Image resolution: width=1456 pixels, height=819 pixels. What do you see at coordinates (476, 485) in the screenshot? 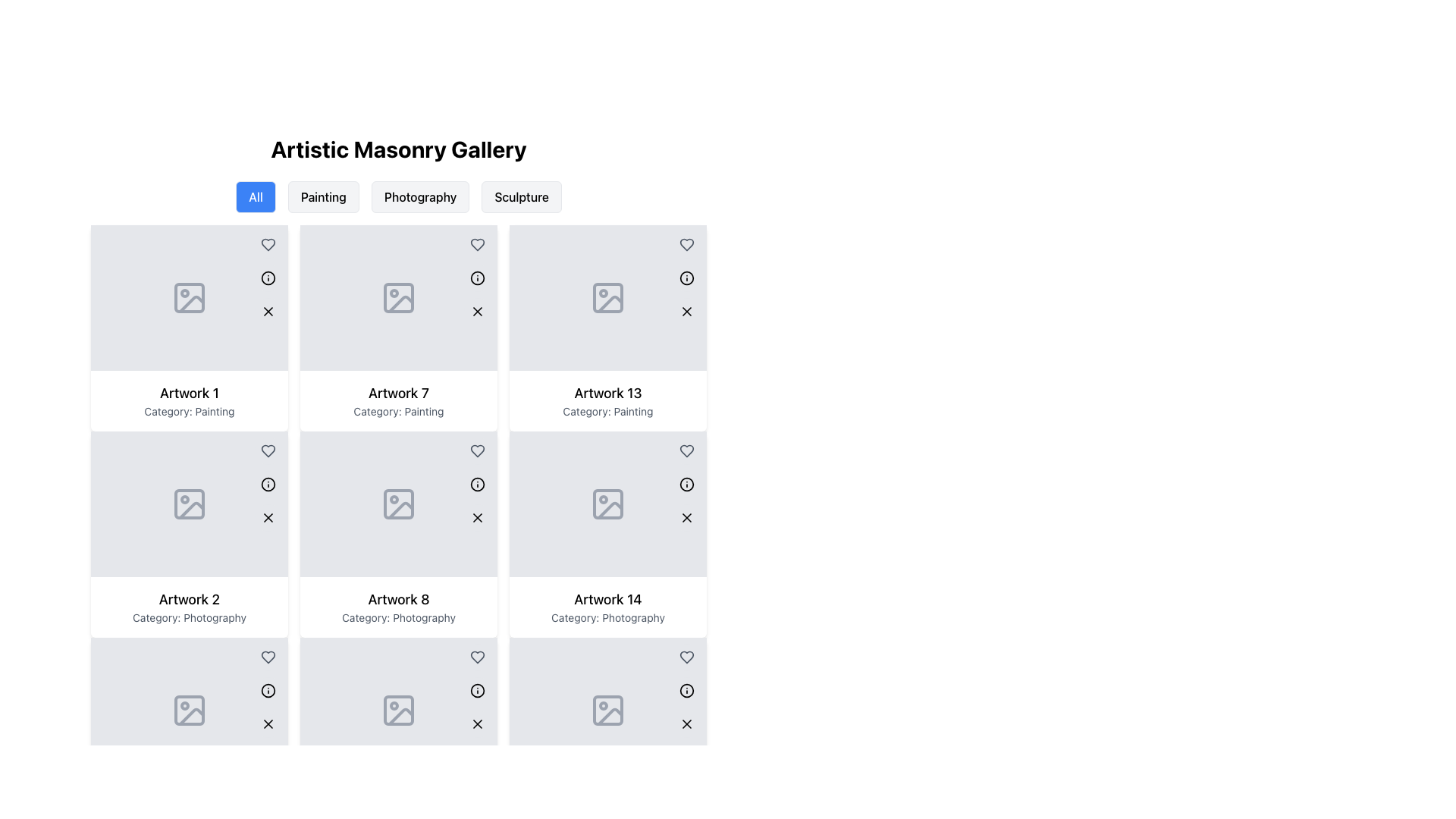
I see `the second informational icon` at bounding box center [476, 485].